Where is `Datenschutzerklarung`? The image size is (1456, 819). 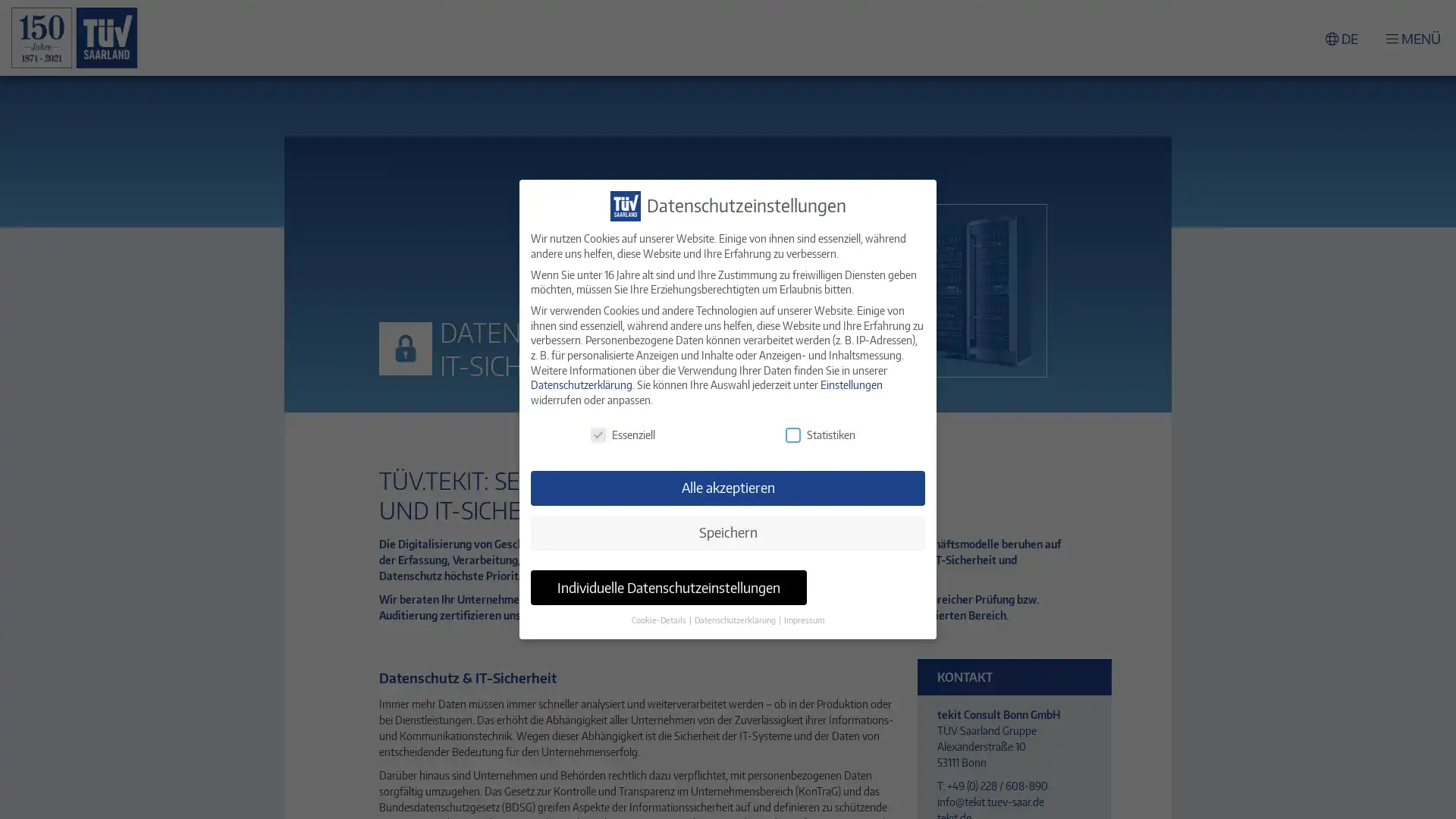
Datenschutzerklarung is located at coordinates (736, 620).